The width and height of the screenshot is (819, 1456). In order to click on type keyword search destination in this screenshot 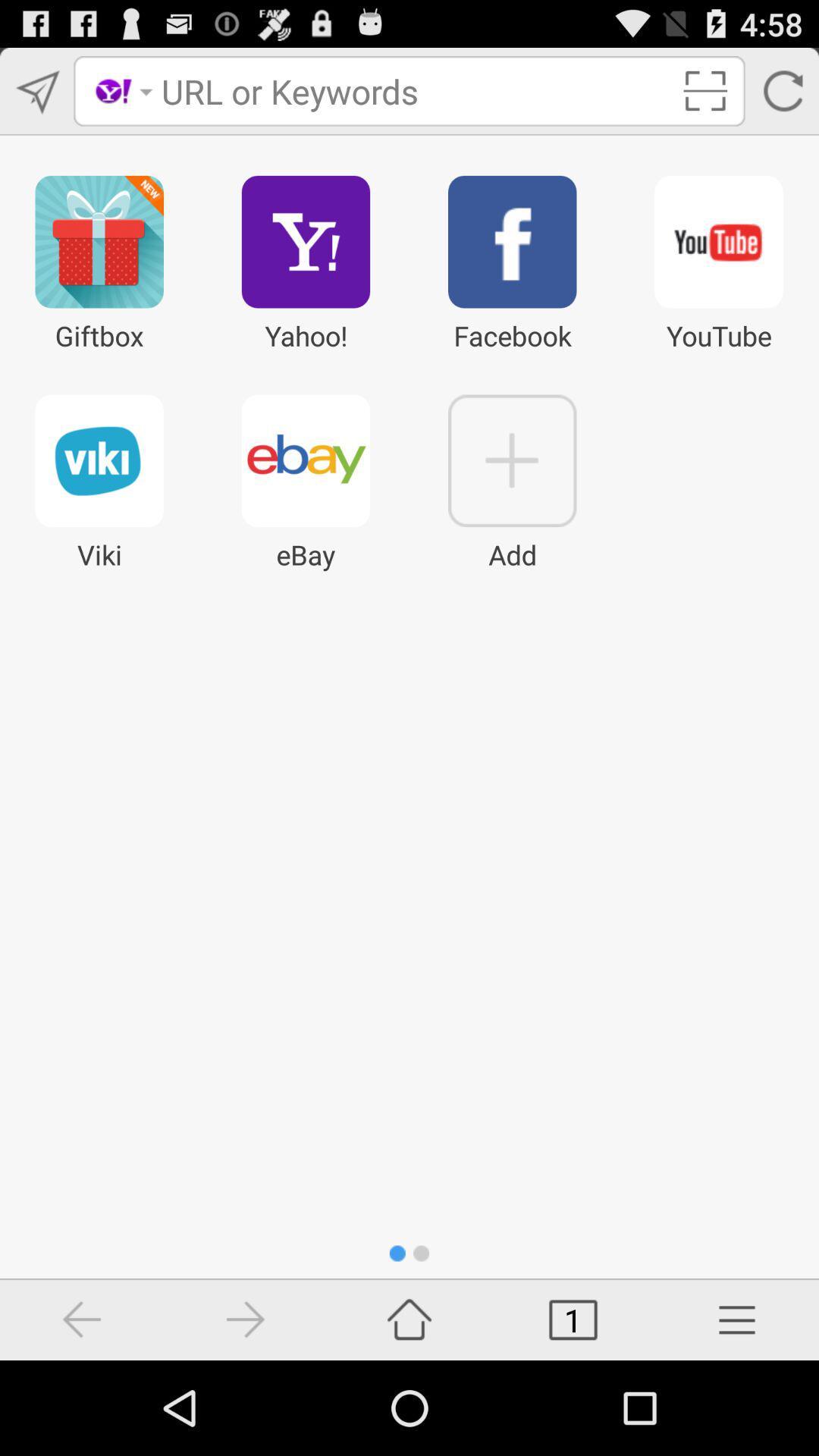, I will do `click(415, 90)`.